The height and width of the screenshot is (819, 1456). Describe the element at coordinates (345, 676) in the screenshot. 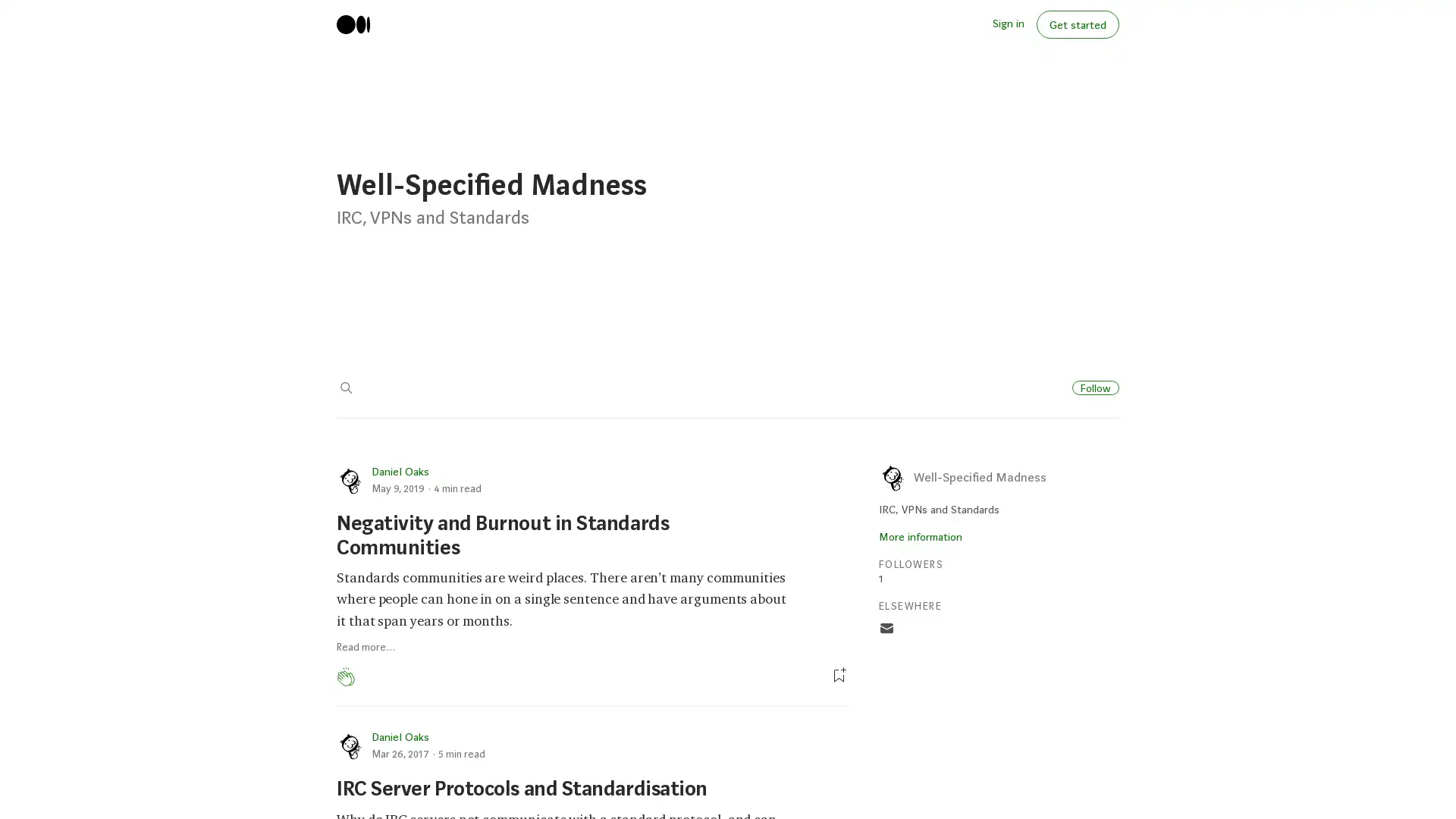

I see `Clap` at that location.